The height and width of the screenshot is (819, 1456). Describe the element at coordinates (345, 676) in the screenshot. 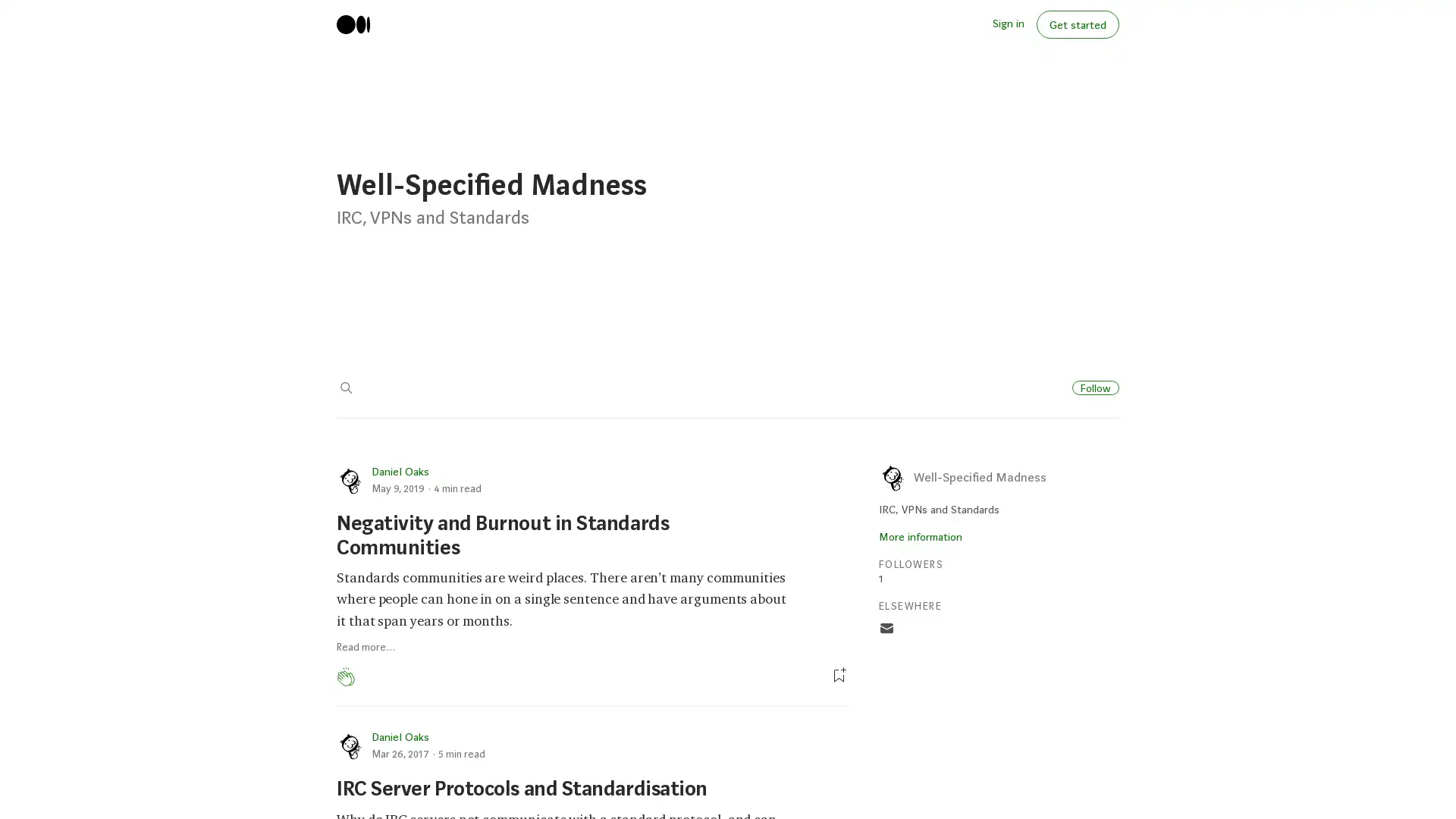

I see `Clap` at that location.